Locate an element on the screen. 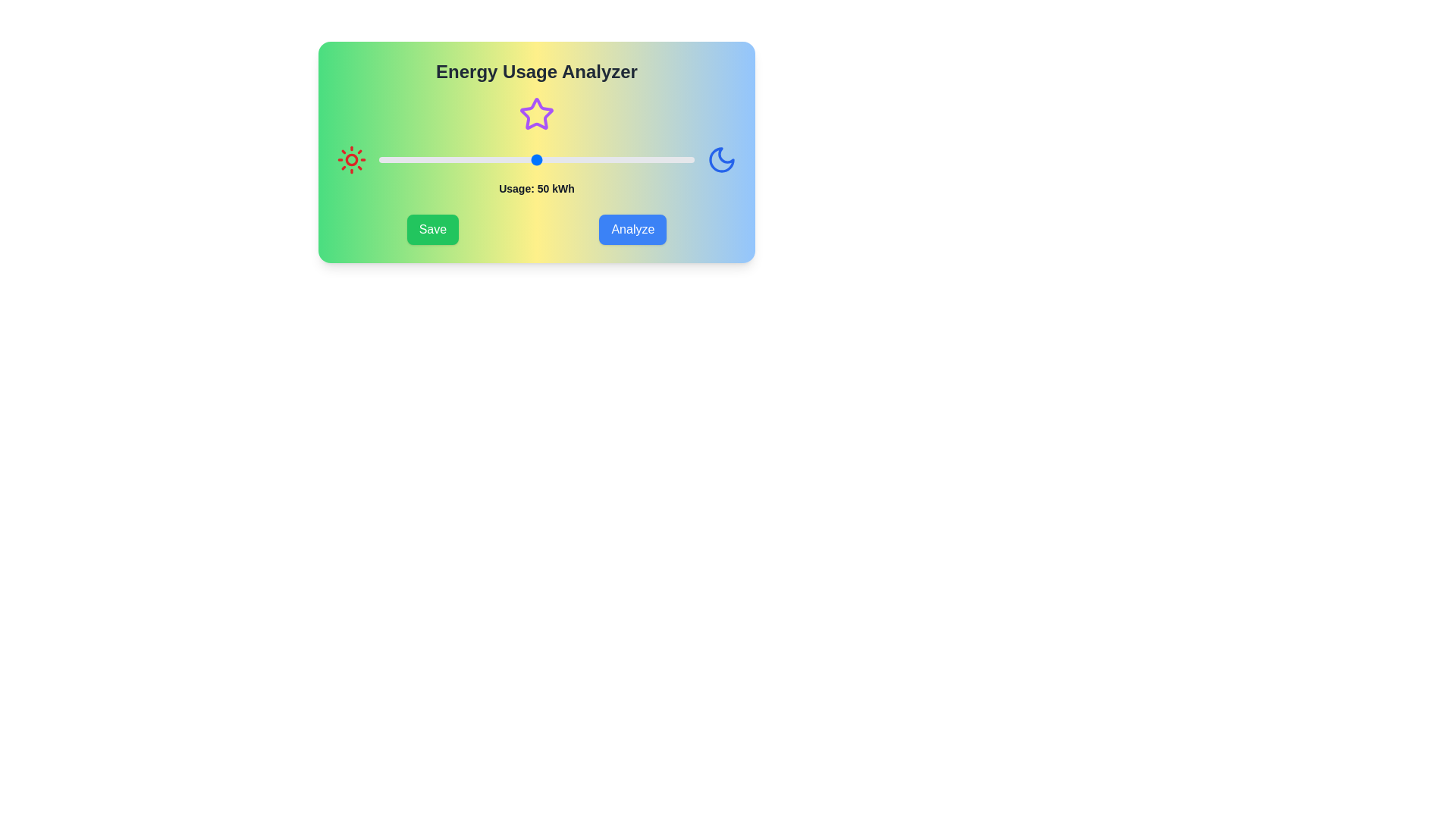 This screenshot has height=819, width=1456. the energy usage slider to 80 kWh is located at coordinates (631, 160).